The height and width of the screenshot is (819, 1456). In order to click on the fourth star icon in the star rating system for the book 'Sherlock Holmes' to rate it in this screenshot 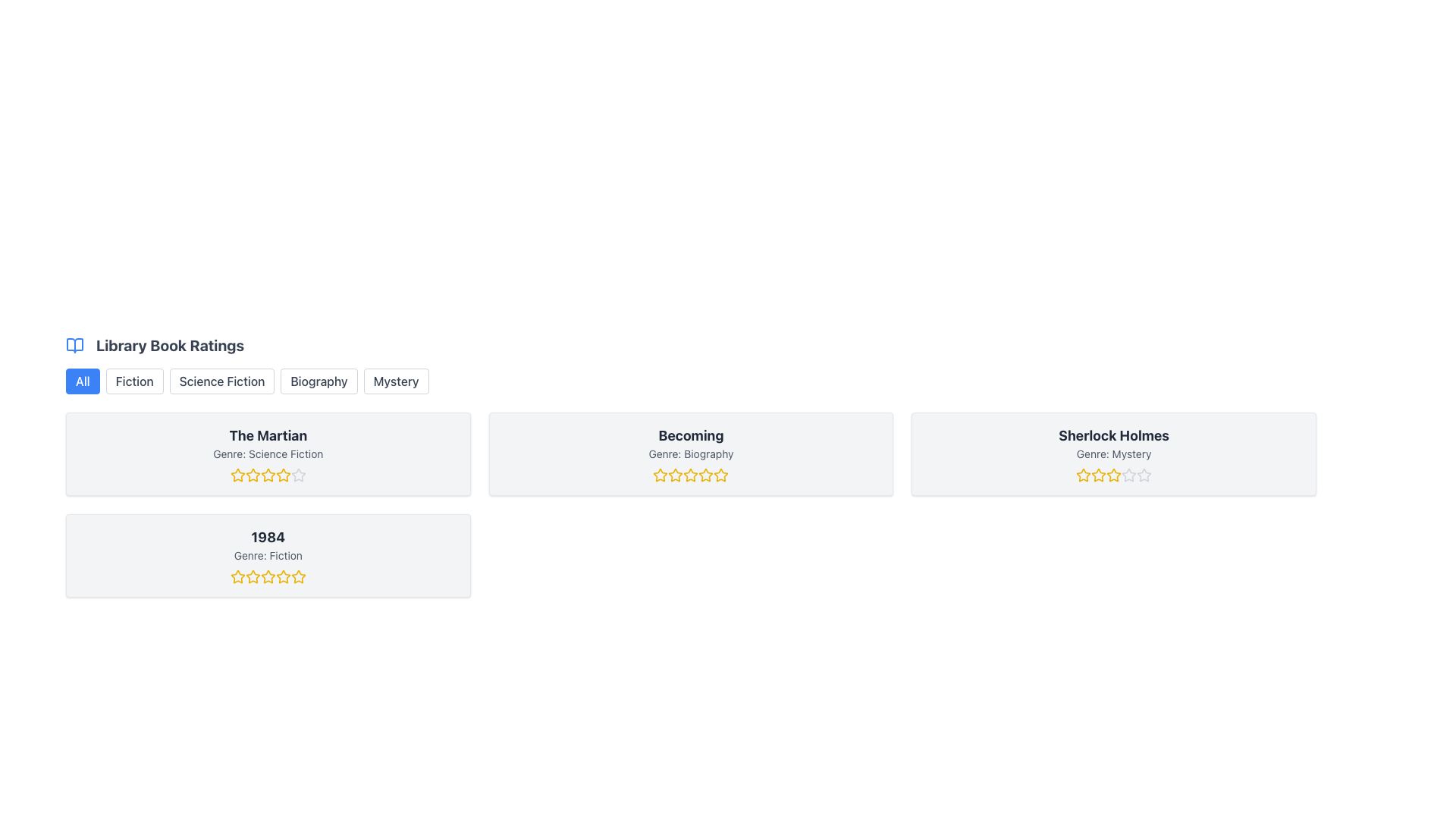, I will do `click(1114, 475)`.